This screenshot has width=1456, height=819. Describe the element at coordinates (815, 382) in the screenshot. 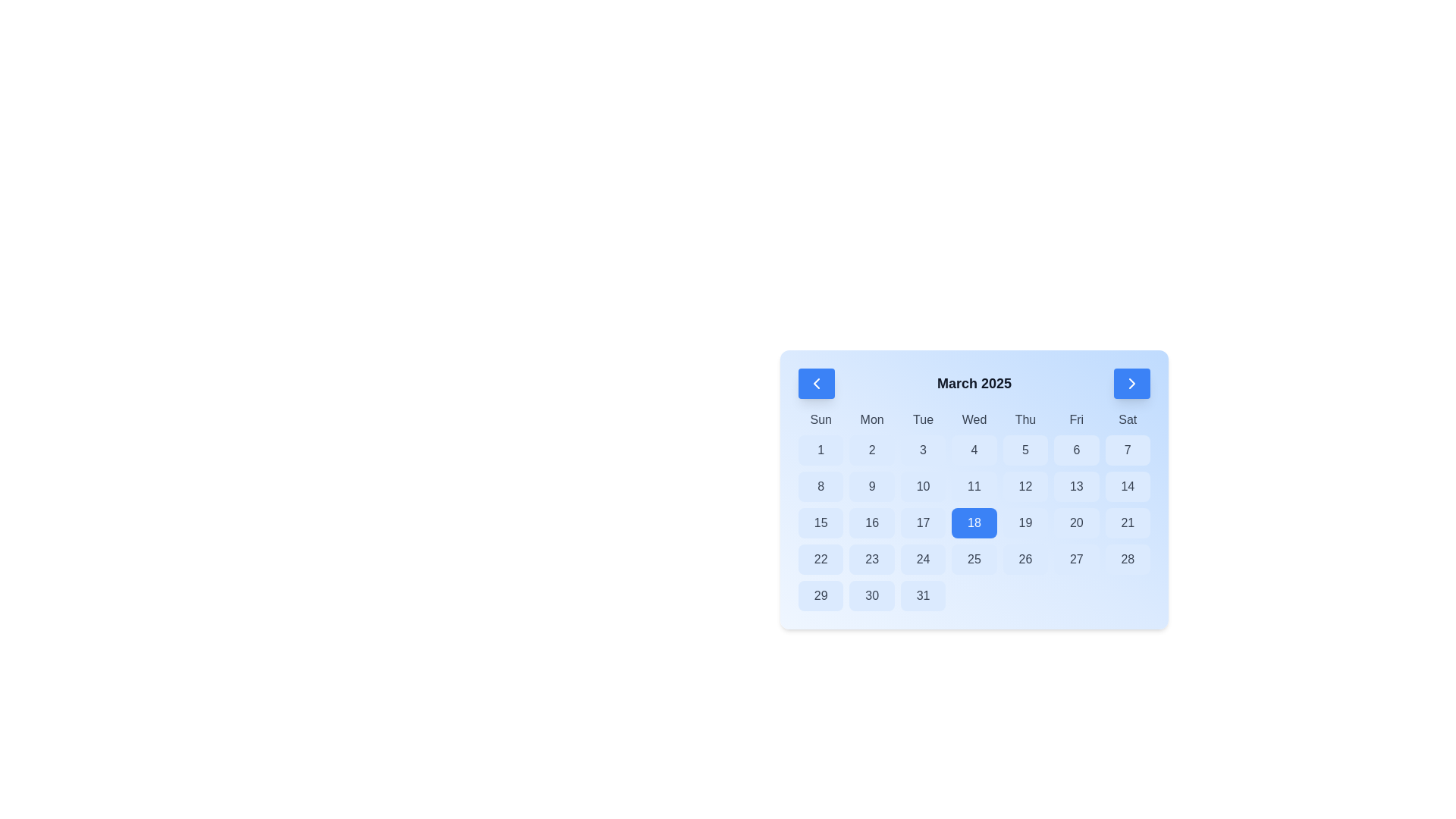

I see `the button located on the left-hand side of the header` at that location.